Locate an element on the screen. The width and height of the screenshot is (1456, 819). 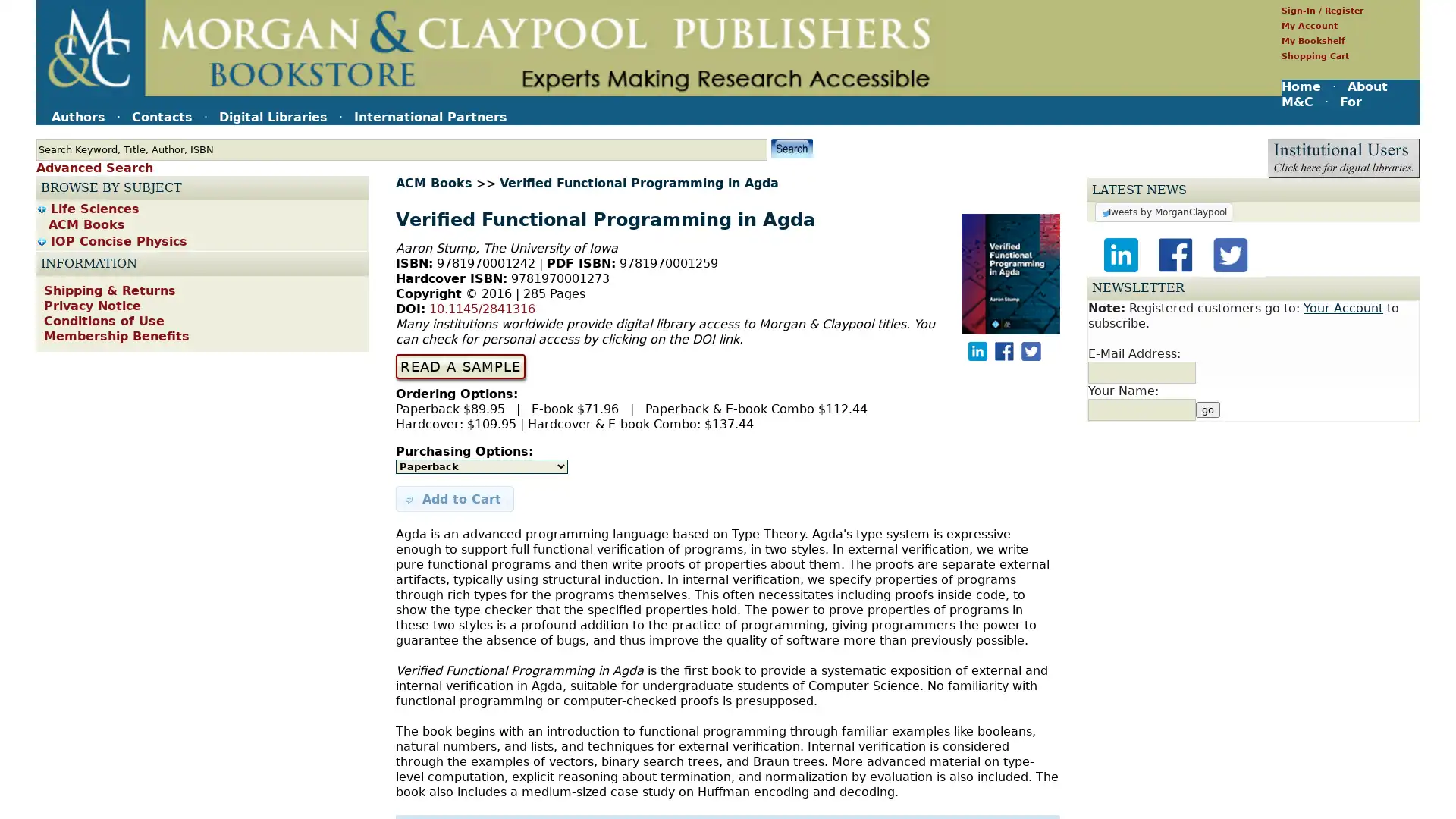
Submit is located at coordinates (790, 148).